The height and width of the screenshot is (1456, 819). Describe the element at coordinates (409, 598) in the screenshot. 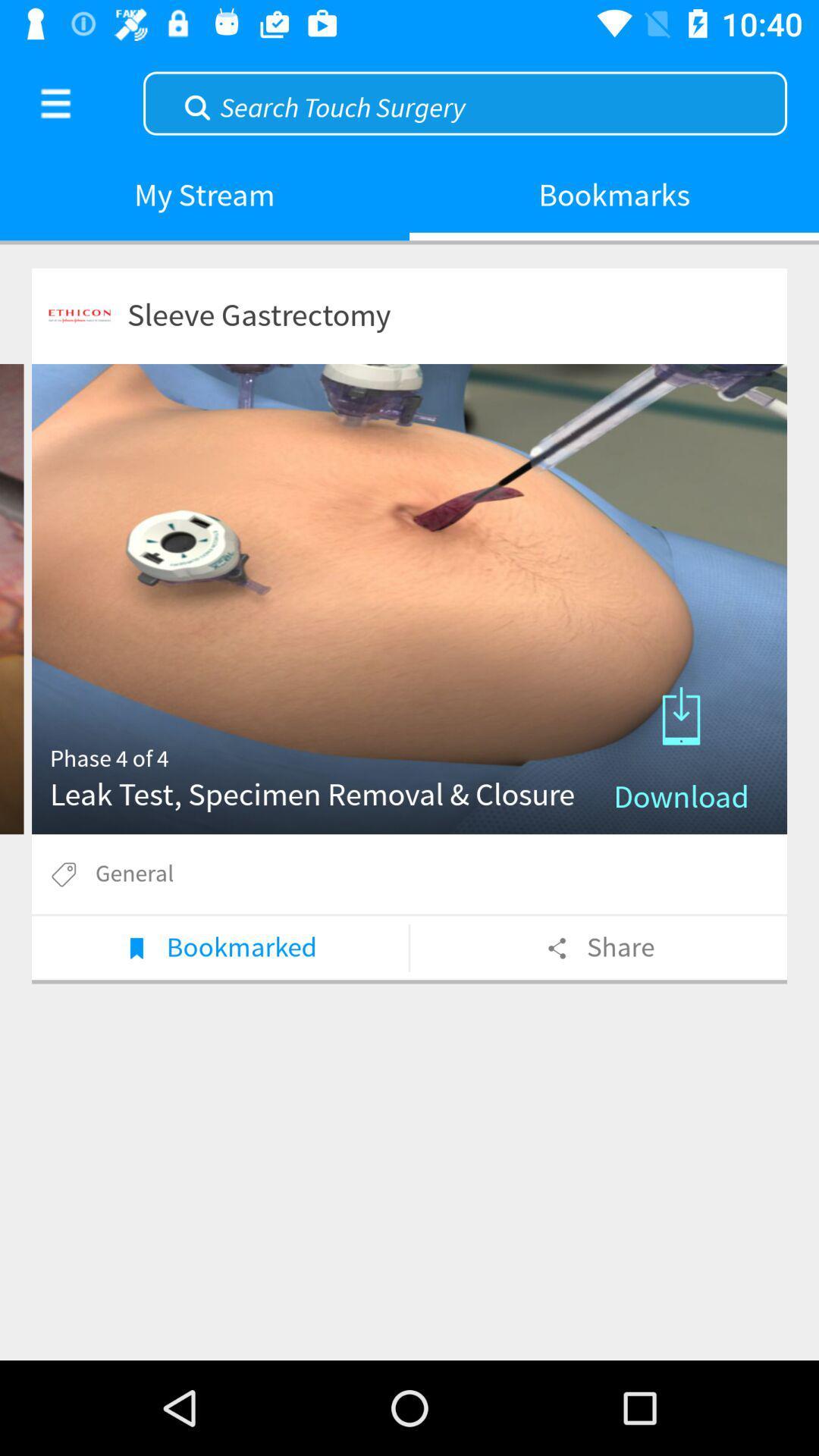

I see `download test` at that location.